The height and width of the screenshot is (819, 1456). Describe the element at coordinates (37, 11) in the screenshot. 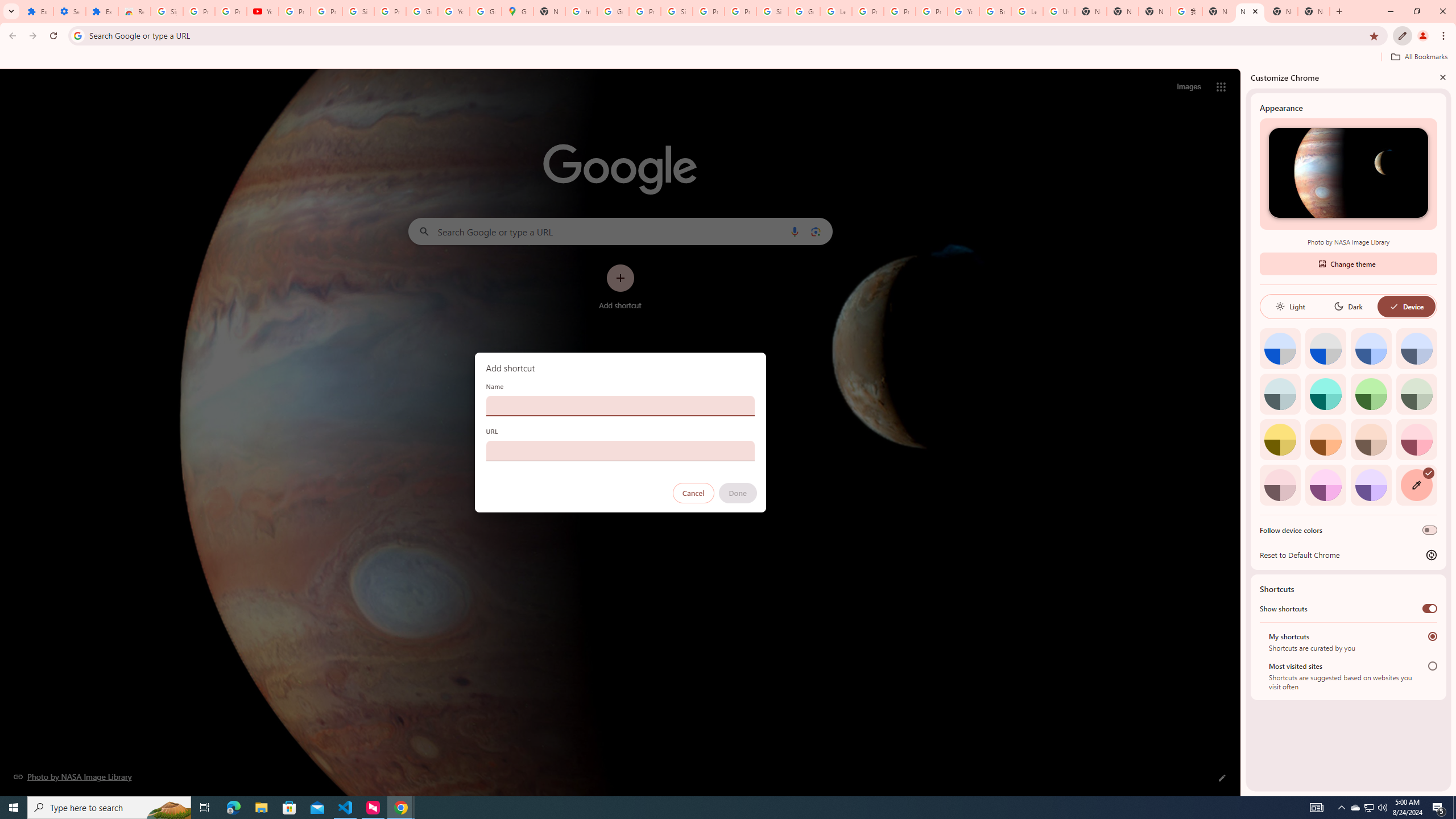

I see `'Extensions'` at that location.